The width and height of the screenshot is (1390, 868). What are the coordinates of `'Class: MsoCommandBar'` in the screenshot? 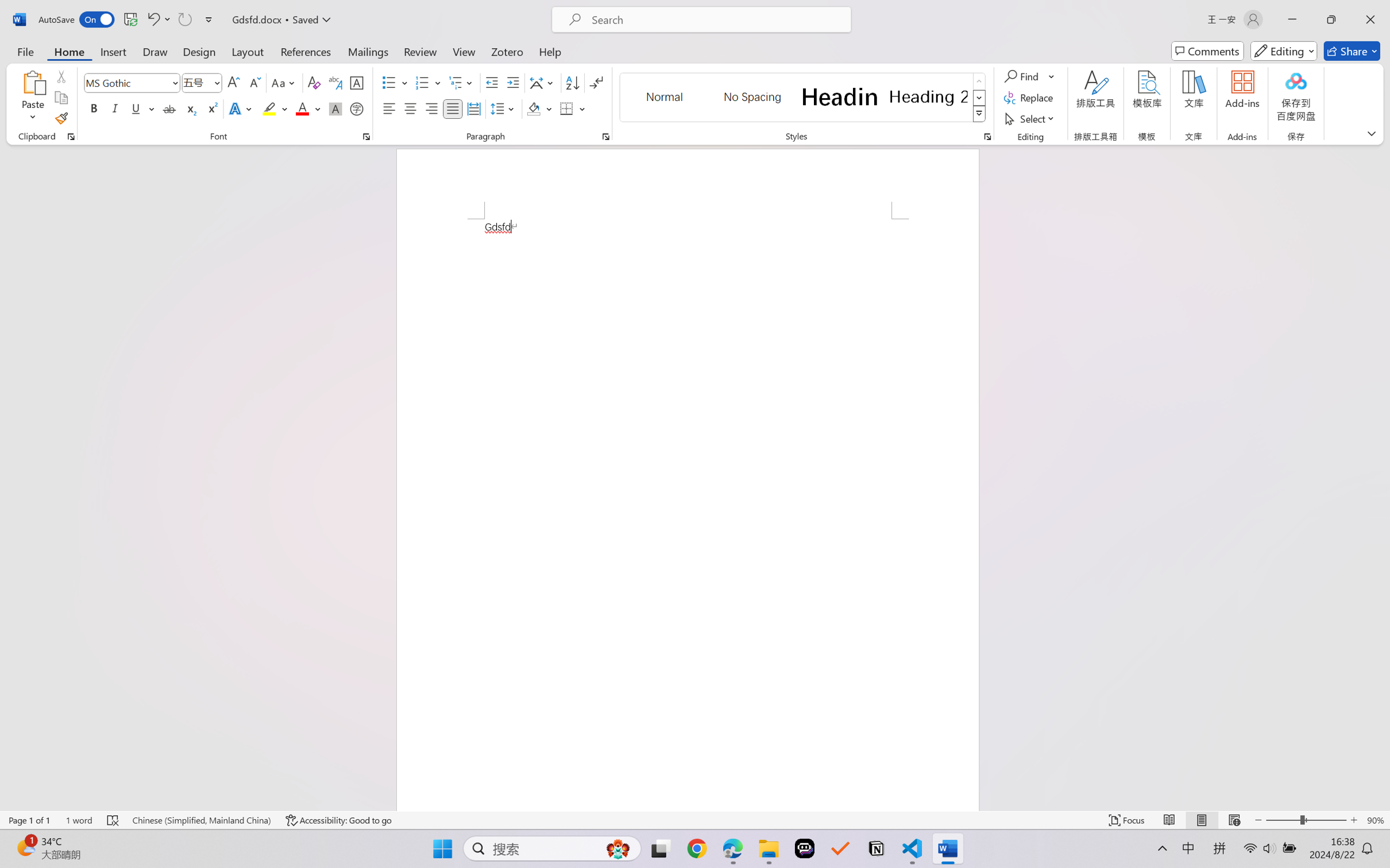 It's located at (695, 820).